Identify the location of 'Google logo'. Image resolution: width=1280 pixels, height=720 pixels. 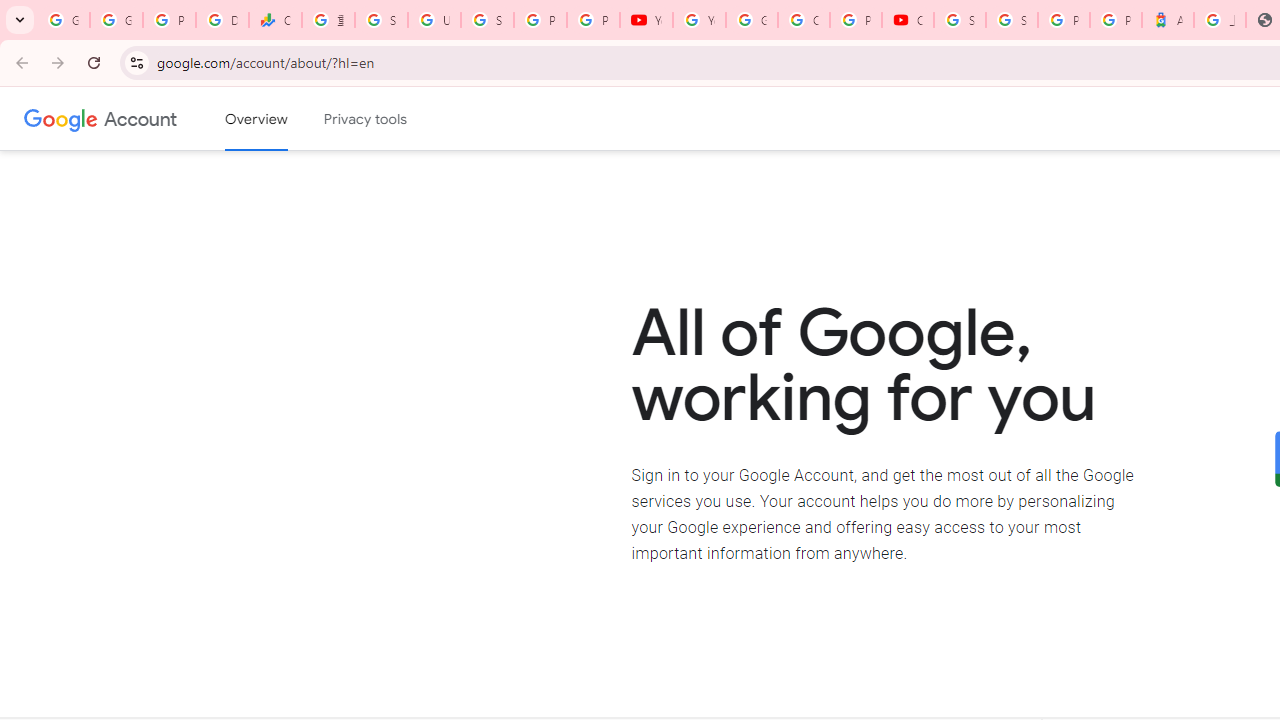
(61, 118).